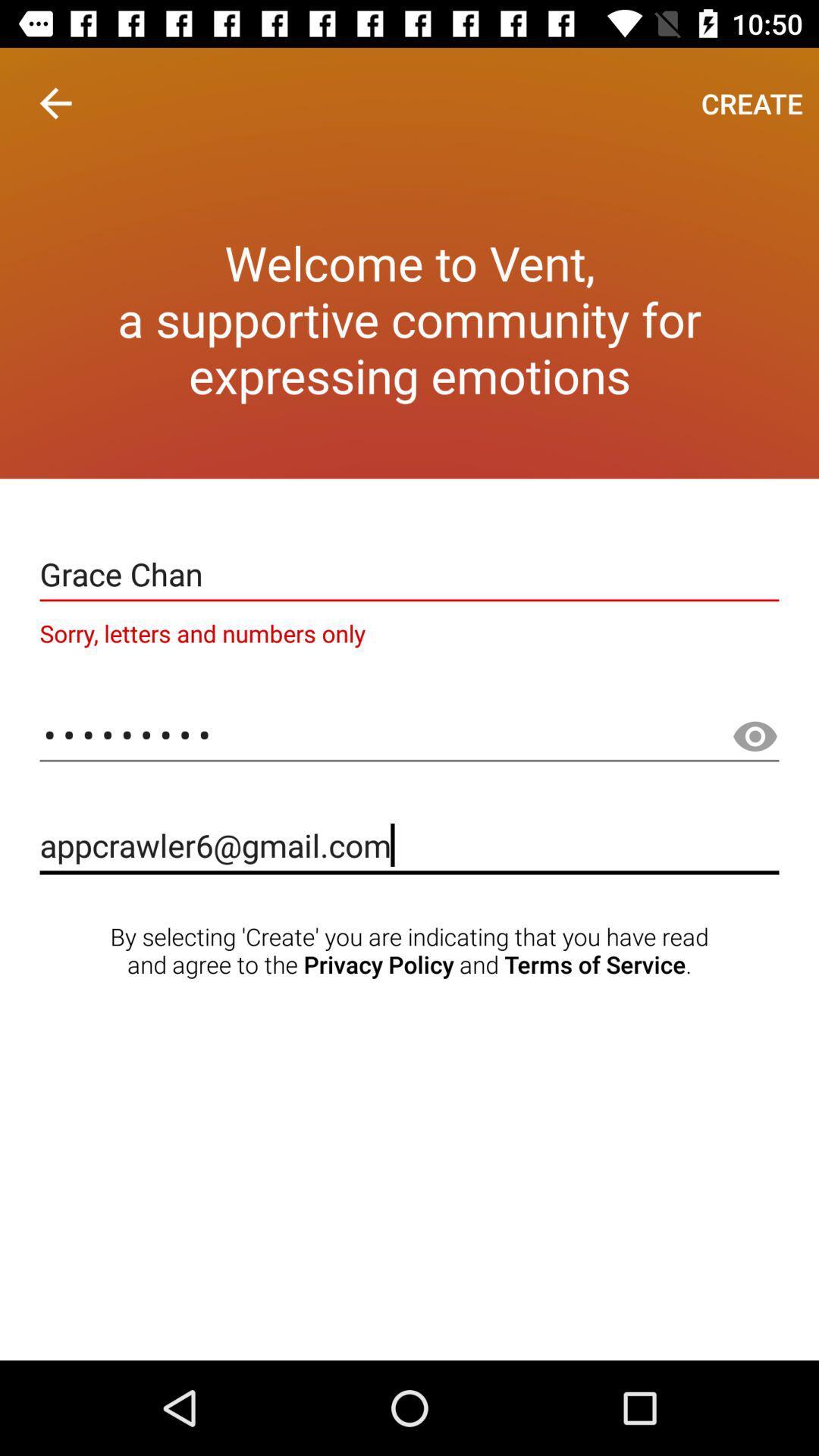  I want to click on show password, so click(755, 737).